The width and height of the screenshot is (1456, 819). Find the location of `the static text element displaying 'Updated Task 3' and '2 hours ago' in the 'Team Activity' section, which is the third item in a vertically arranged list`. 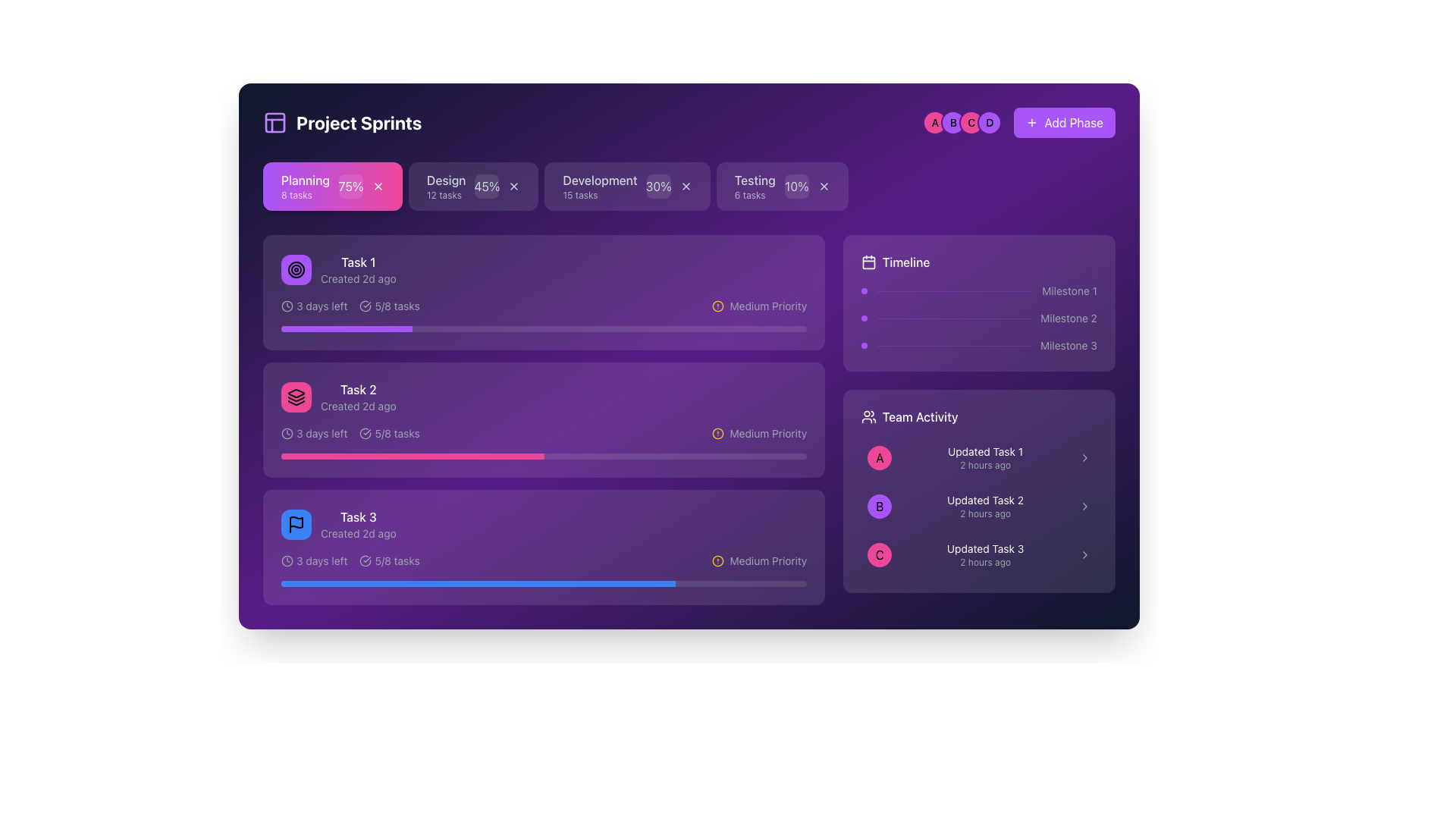

the static text element displaying 'Updated Task 3' and '2 hours ago' in the 'Team Activity' section, which is the third item in a vertically arranged list is located at coordinates (985, 555).